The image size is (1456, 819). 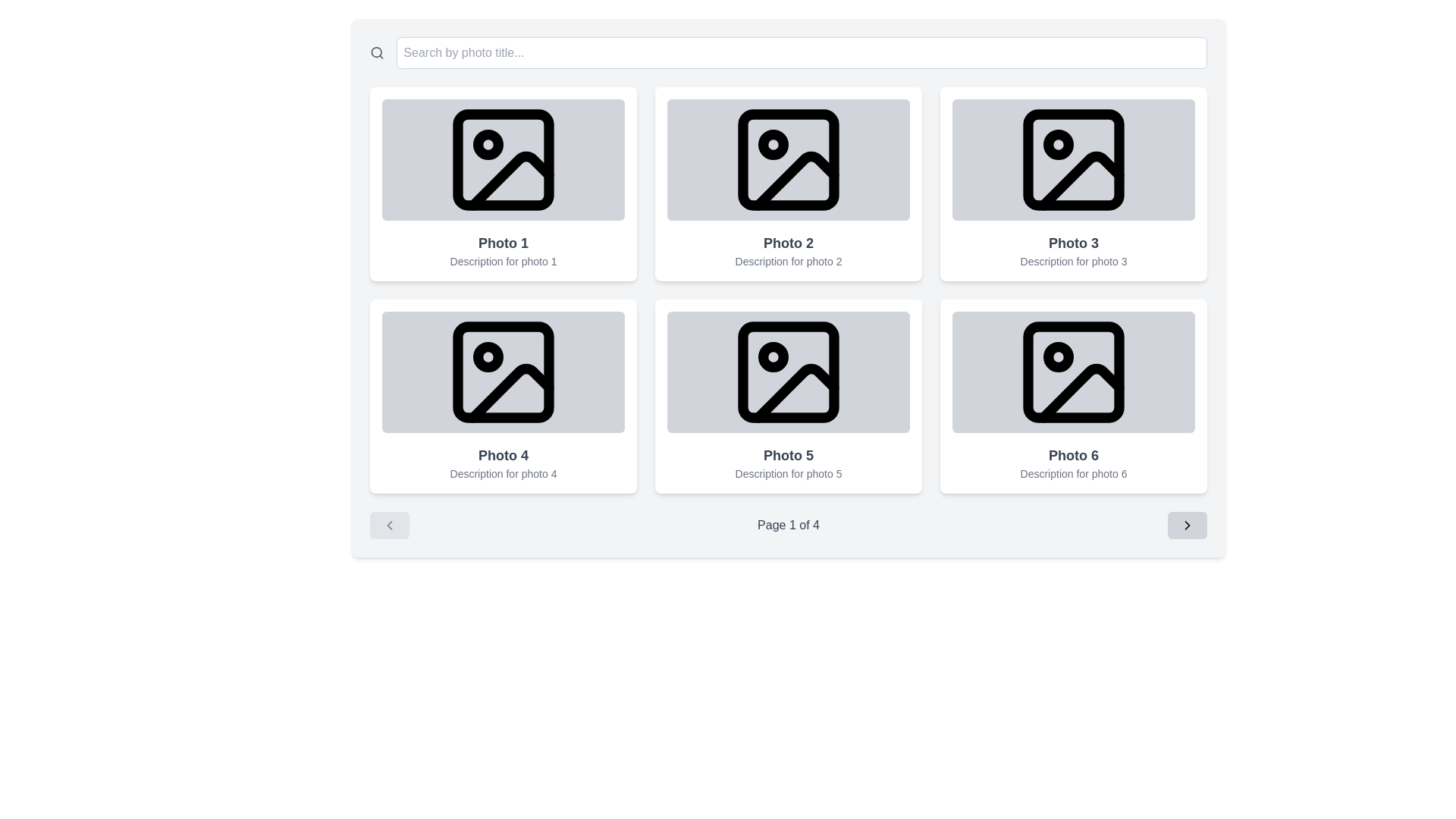 What do you see at coordinates (789, 372) in the screenshot?
I see `the graphical rectangle within the photo card labeled 'Photo 5', which is located in the middle of the photo grid on the second row, second column` at bounding box center [789, 372].